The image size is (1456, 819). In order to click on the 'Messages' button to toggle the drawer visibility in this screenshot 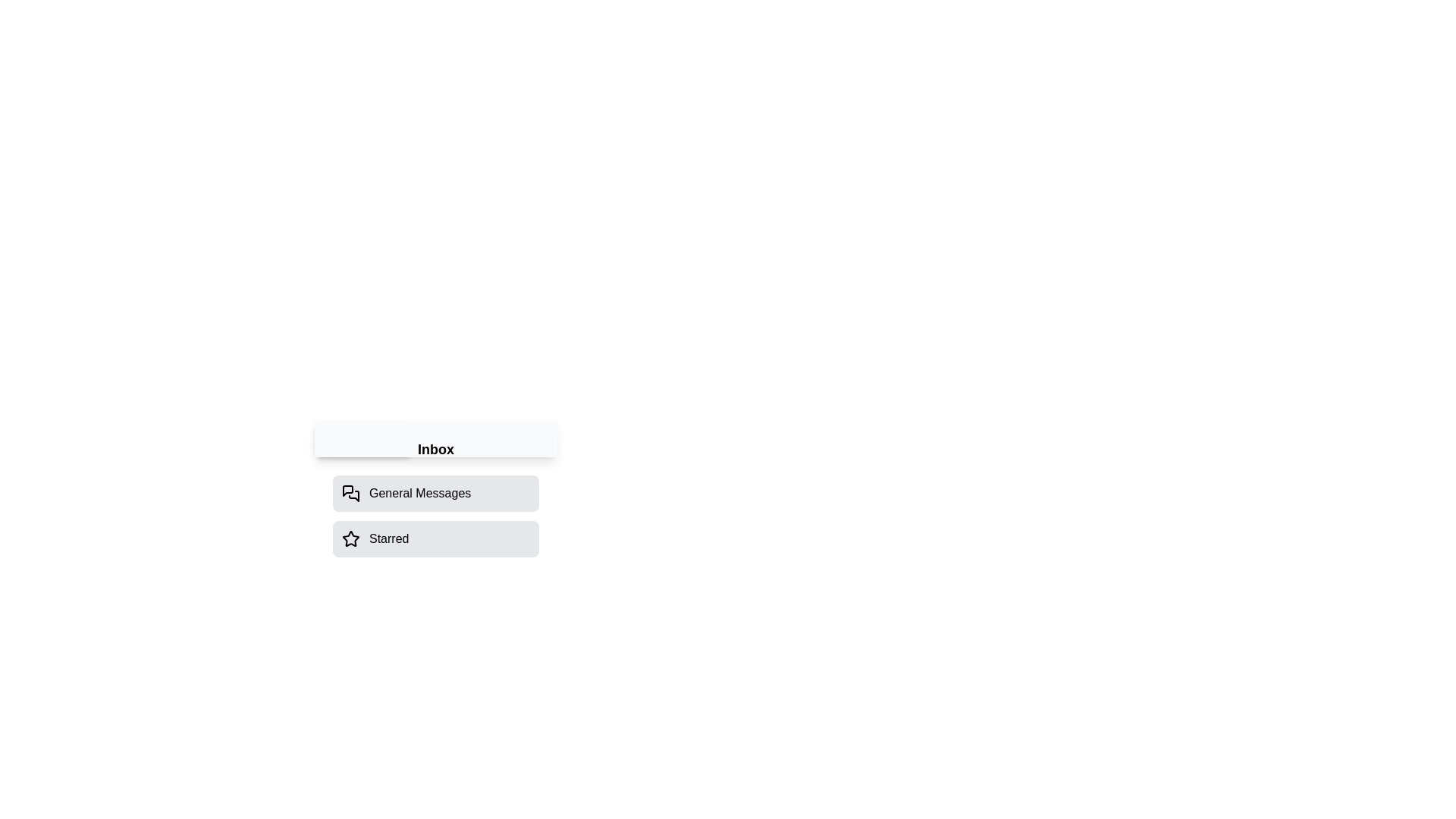, I will do `click(362, 438)`.